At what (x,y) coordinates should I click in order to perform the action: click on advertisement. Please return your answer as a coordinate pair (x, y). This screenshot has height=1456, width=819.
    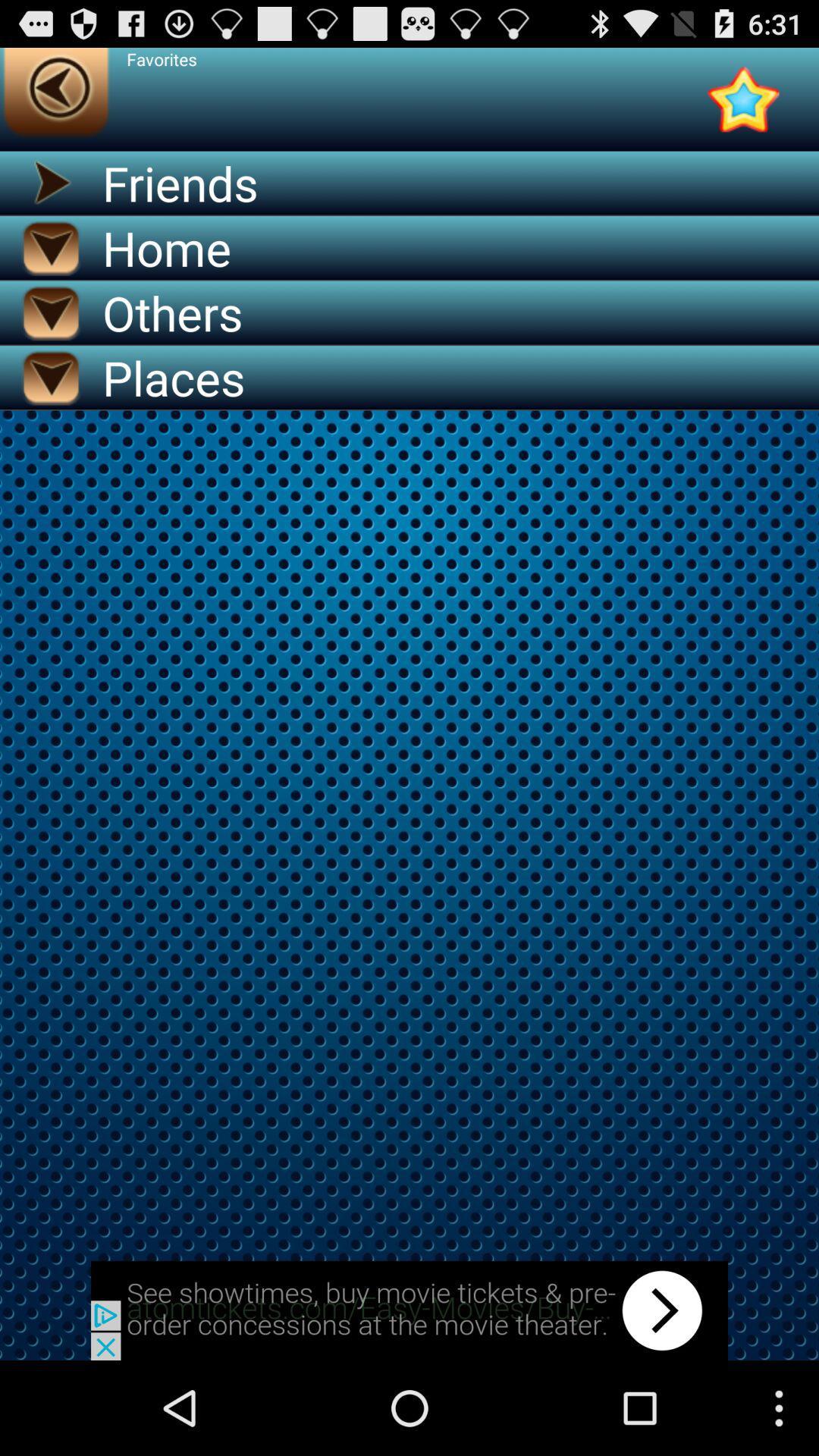
    Looking at the image, I should click on (409, 1310).